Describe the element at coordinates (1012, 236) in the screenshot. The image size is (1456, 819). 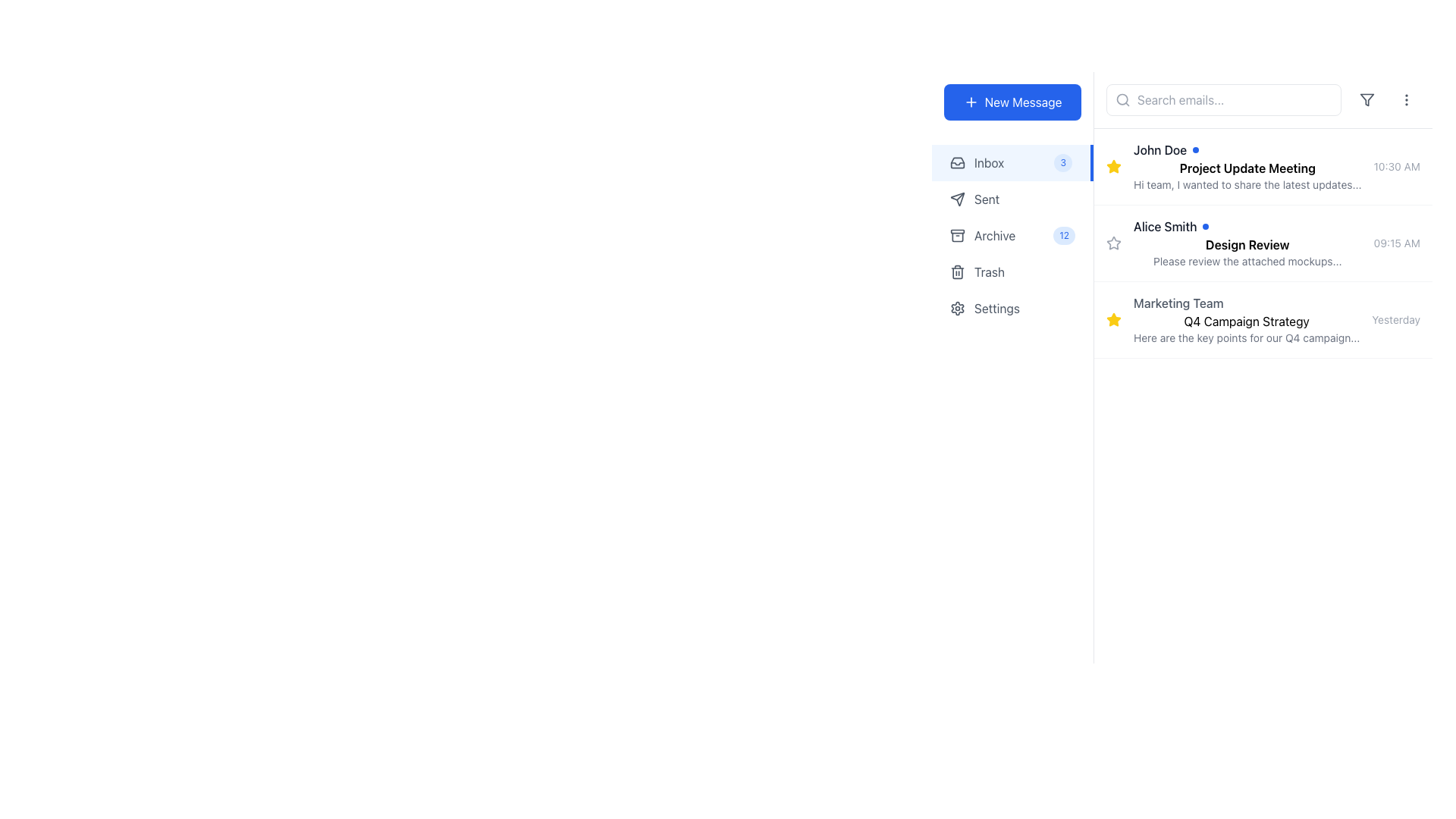
I see `the 'Archive' navigation menu item, which is the third item in the vertical sidebar and has a gray text label with a blue badge showing the number '12'` at that location.